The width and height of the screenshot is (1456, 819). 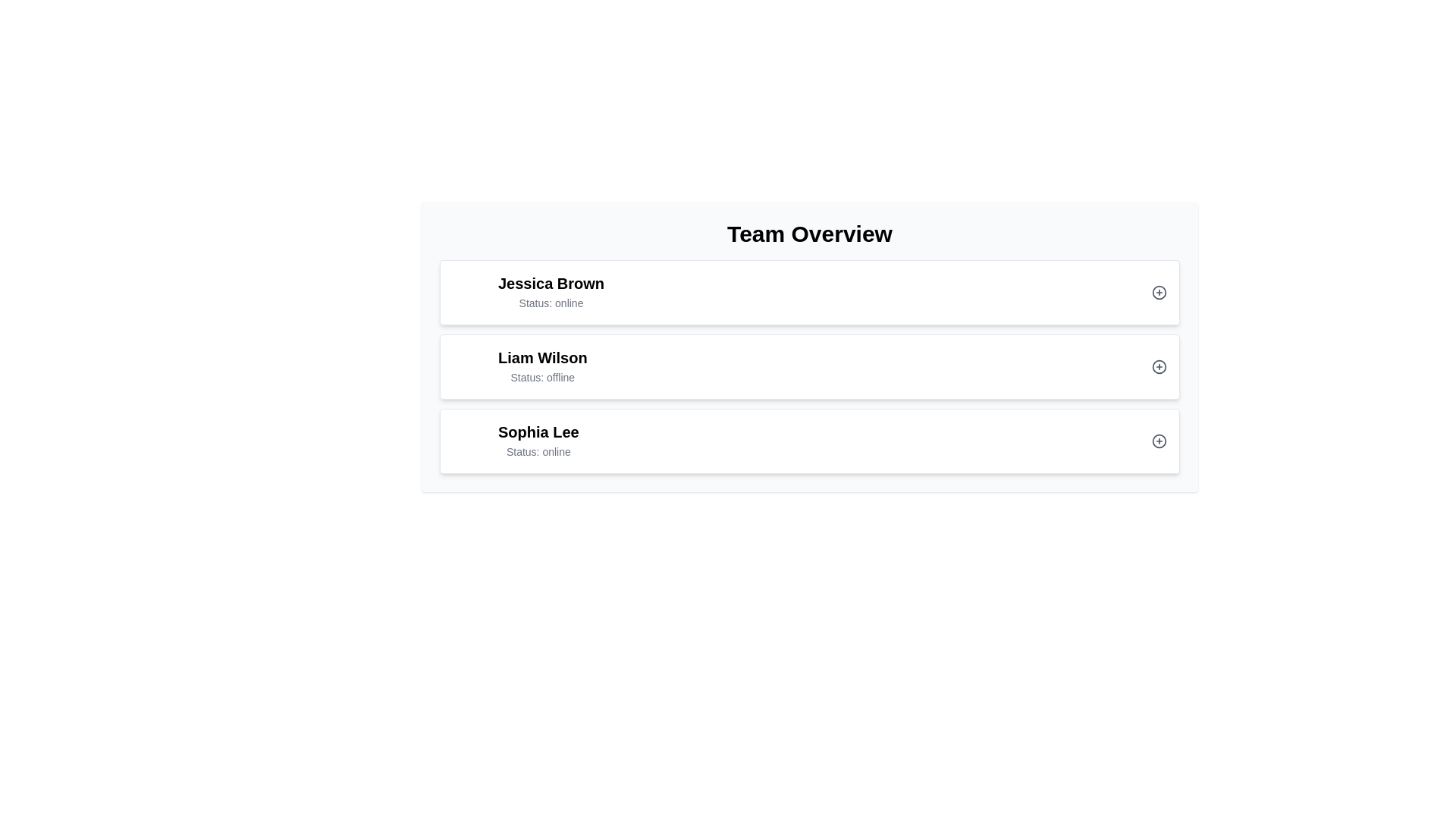 I want to click on the label displaying the name 'Jessica Brown', so click(x=551, y=284).